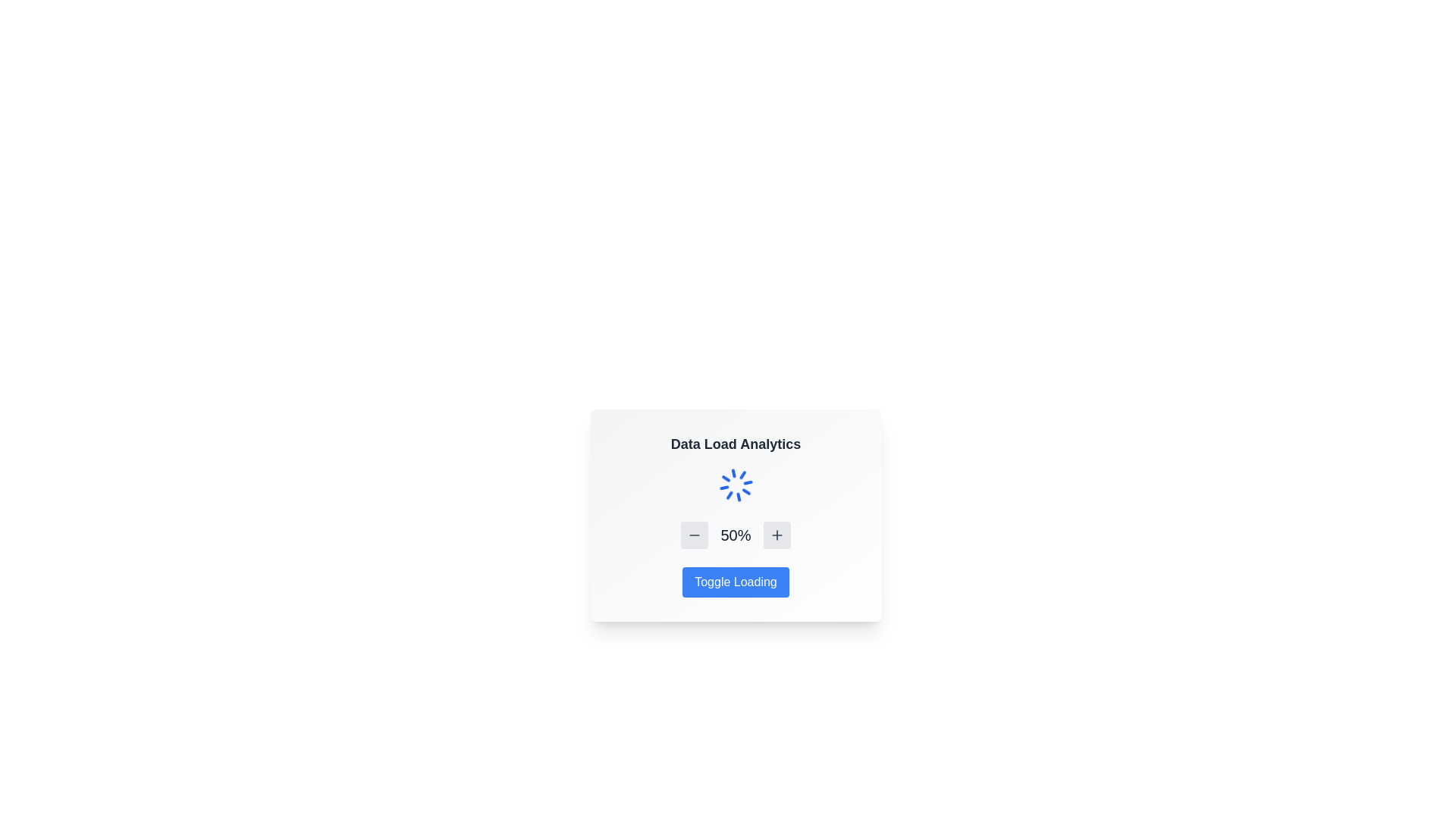  I want to click on the text label that serves as the header for the card, which is located at the top of the card above the spinner and other controls, so click(736, 444).